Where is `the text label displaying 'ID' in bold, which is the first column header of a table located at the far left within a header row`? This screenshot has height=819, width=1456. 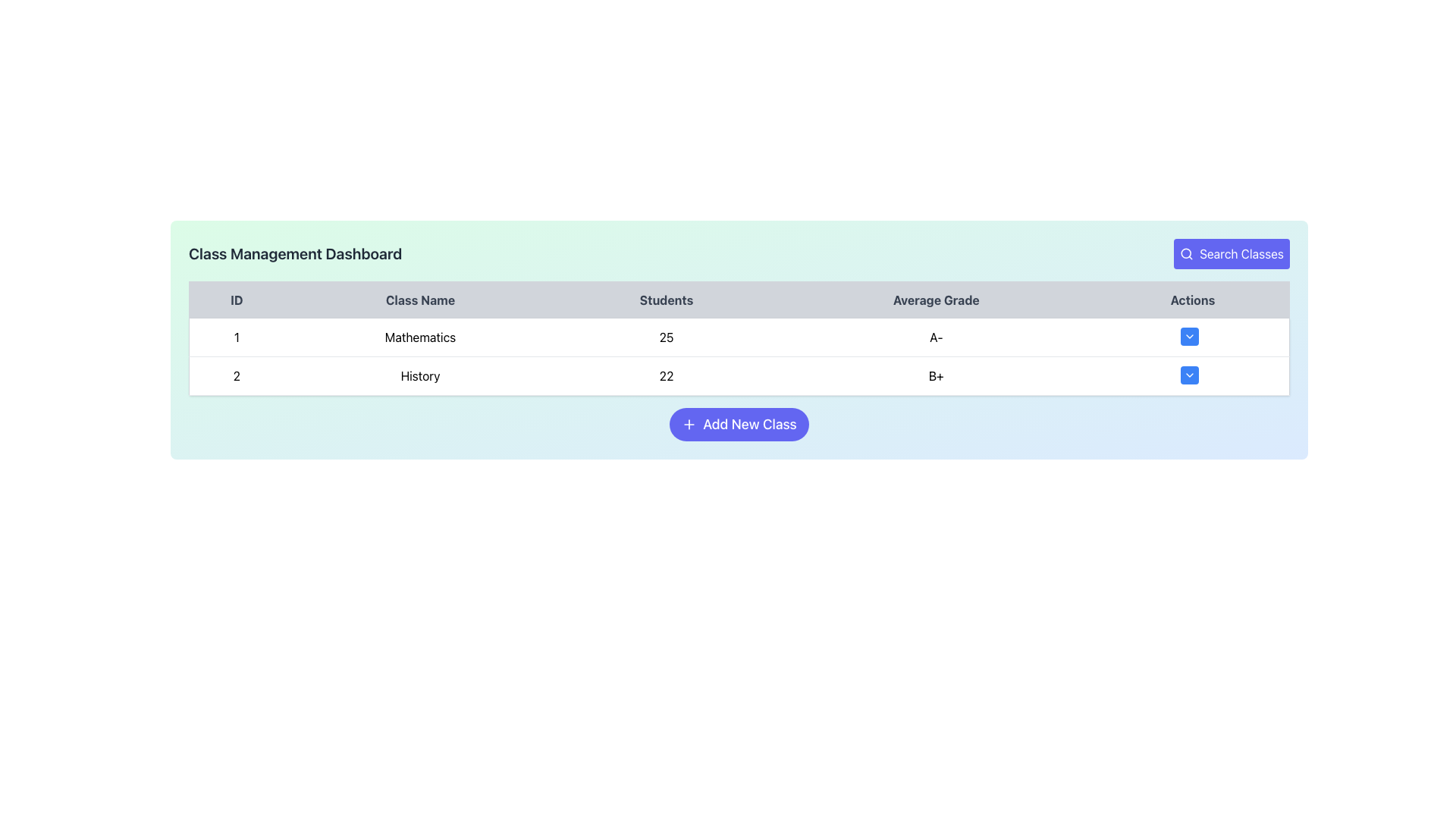
the text label displaying 'ID' in bold, which is the first column header of a table located at the far left within a header row is located at coordinates (236, 300).